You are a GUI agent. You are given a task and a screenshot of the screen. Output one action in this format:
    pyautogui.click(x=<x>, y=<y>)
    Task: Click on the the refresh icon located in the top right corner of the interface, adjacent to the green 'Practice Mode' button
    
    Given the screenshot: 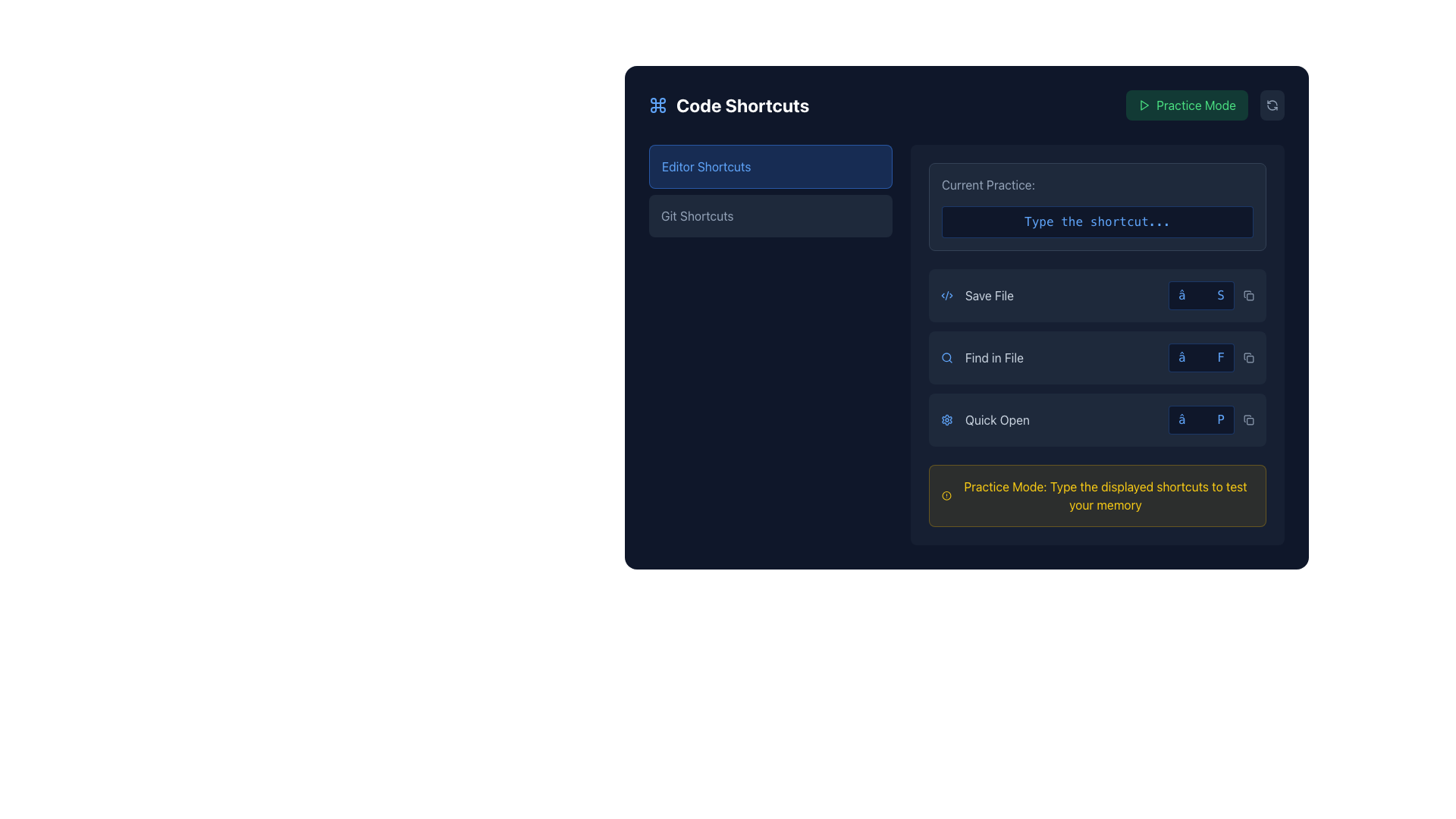 What is the action you would take?
    pyautogui.click(x=1272, y=104)
    